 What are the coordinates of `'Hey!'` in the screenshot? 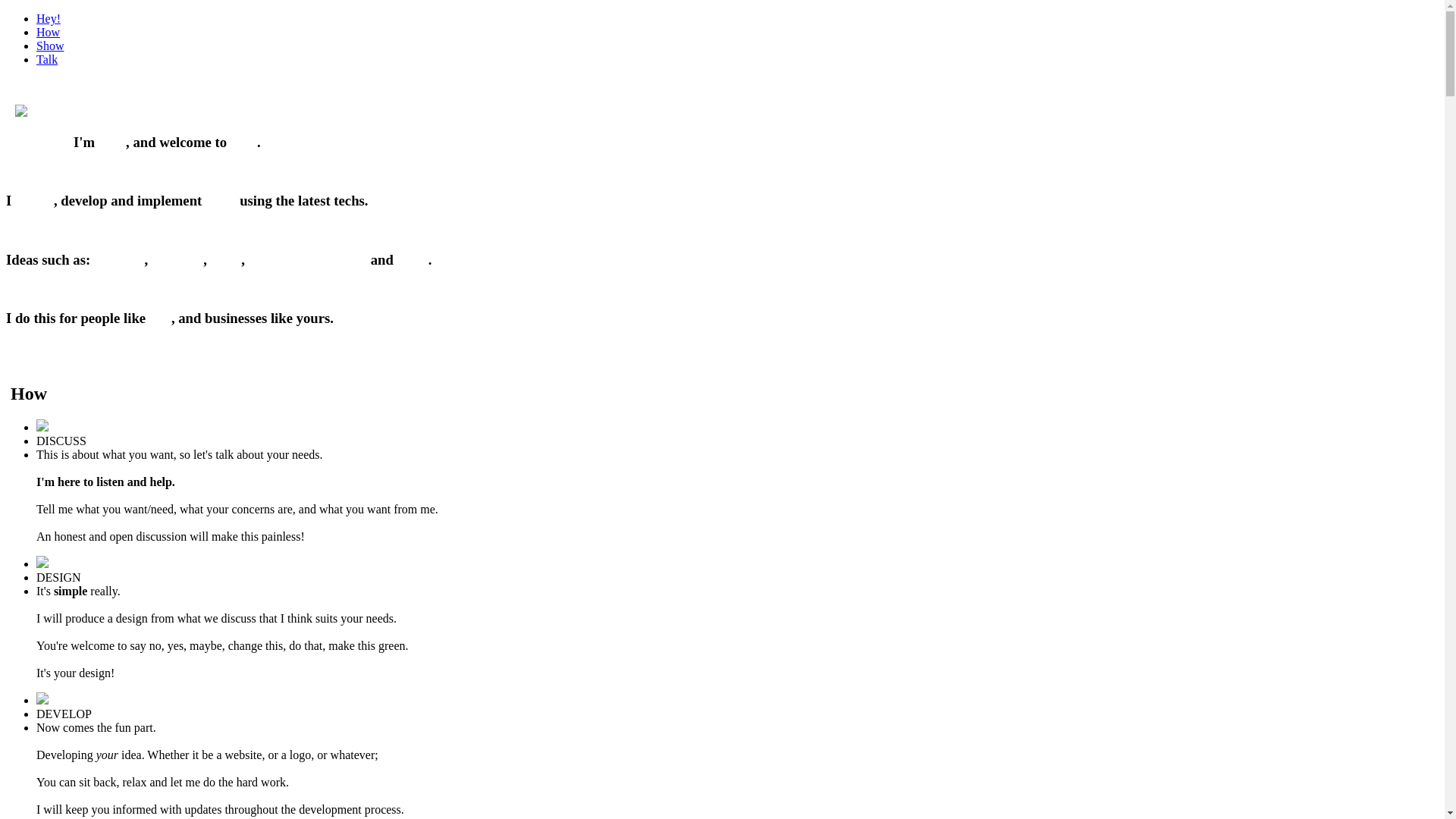 It's located at (36, 18).